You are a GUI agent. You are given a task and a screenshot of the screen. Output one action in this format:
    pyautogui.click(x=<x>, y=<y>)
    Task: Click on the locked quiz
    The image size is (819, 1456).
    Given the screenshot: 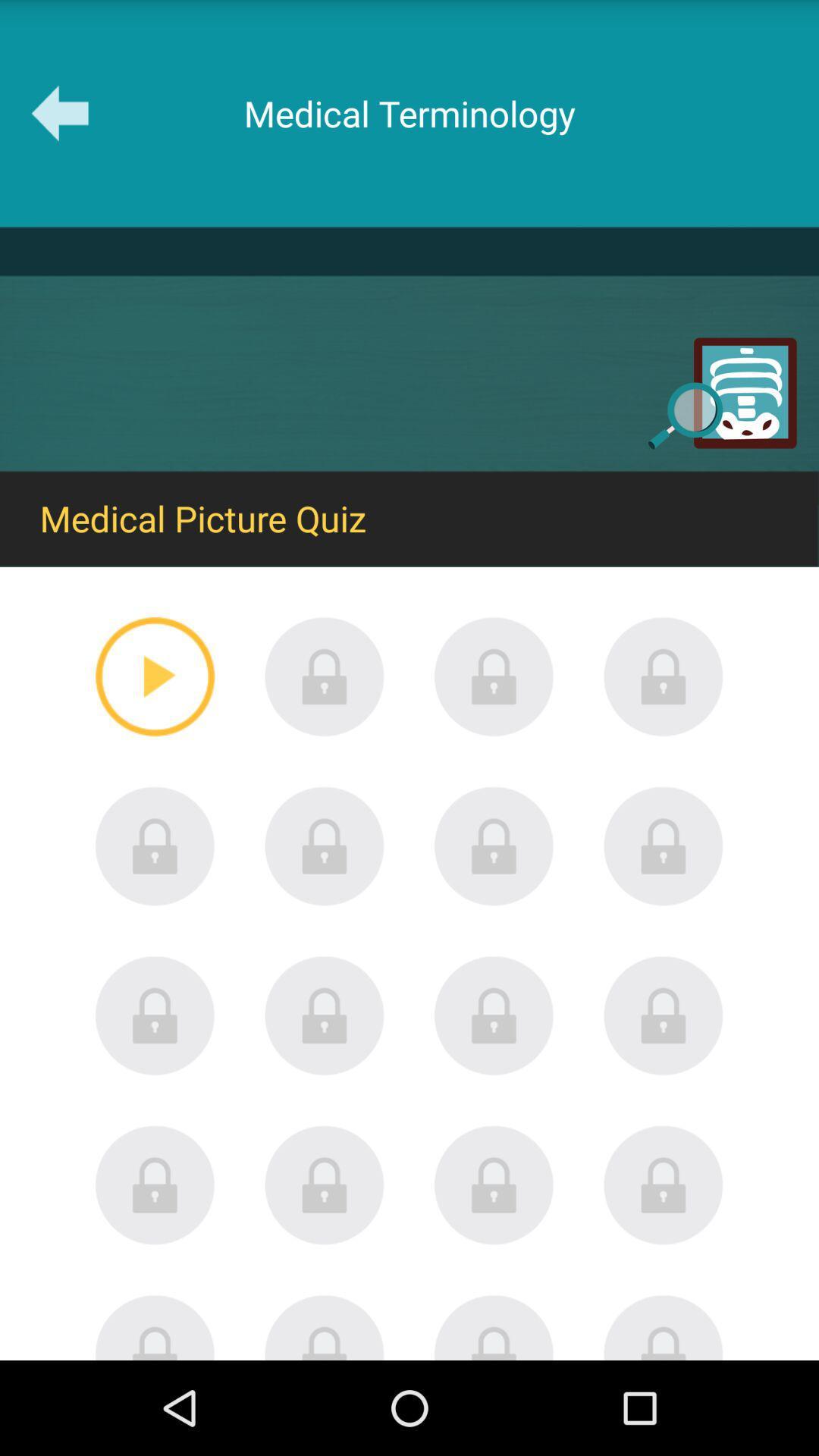 What is the action you would take?
    pyautogui.click(x=663, y=1185)
    